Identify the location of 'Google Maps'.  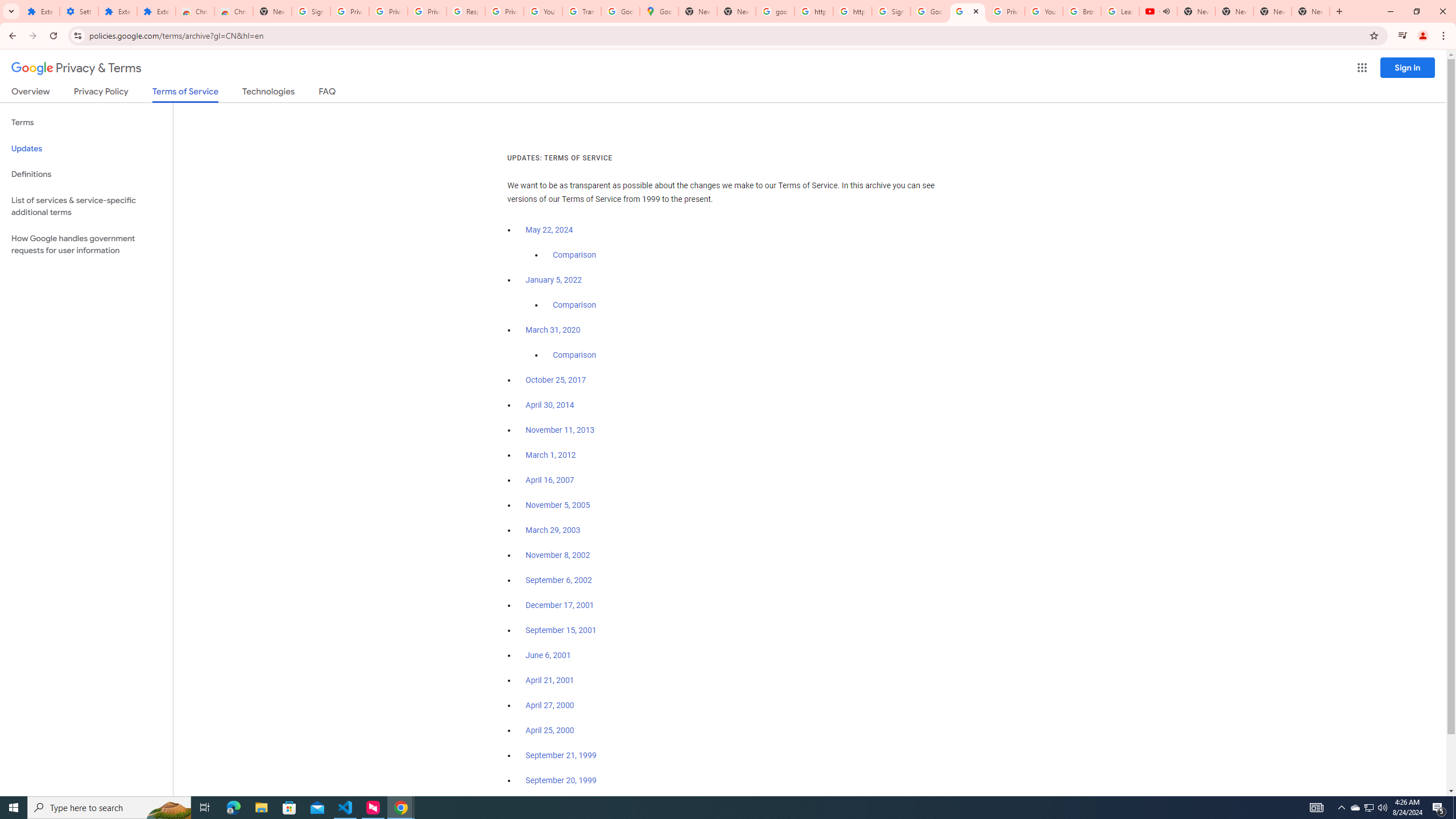
(659, 11).